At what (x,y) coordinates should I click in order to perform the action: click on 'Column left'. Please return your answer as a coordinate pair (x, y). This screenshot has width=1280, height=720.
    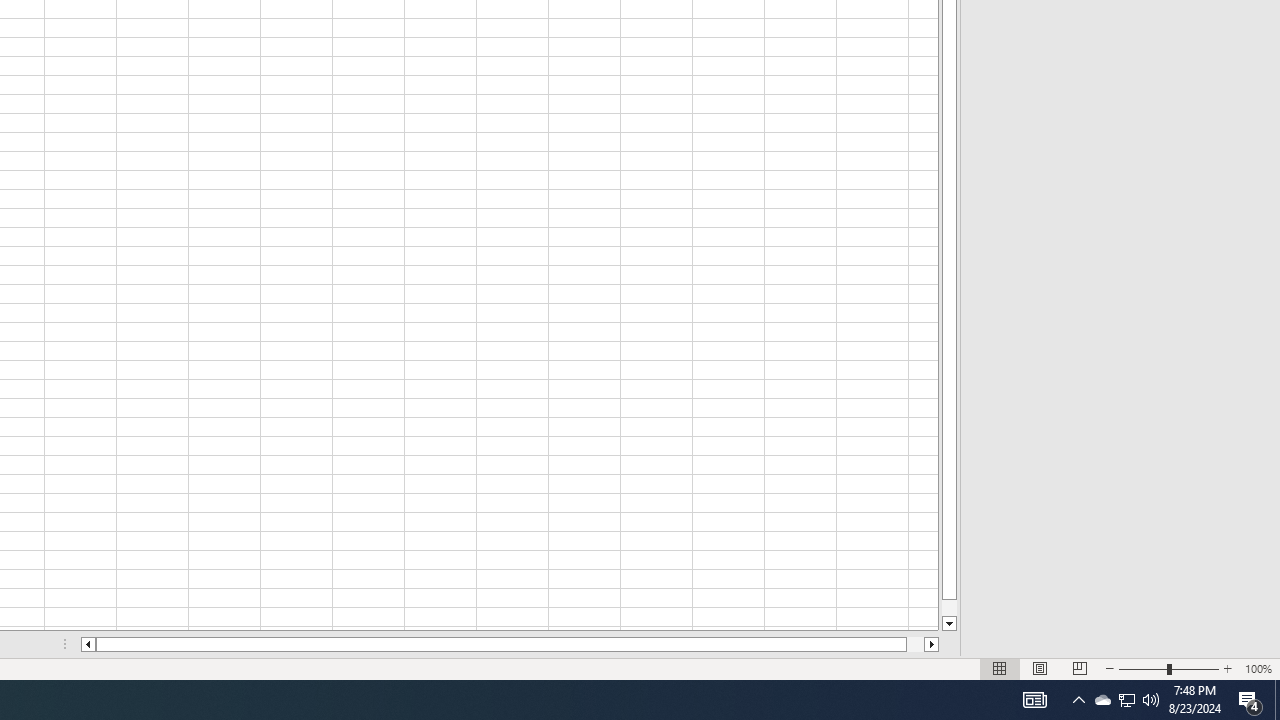
    Looking at the image, I should click on (86, 644).